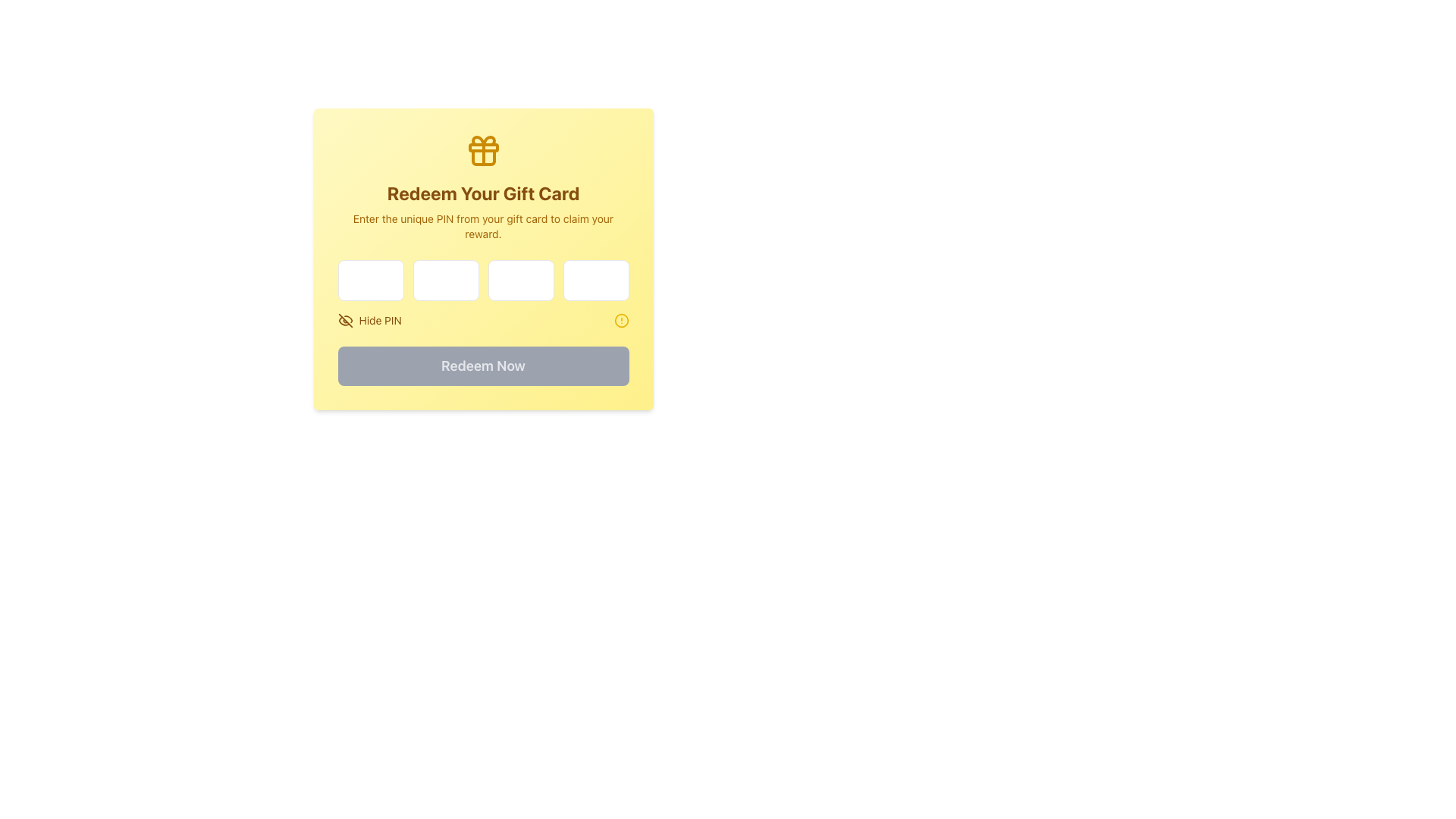 The width and height of the screenshot is (1456, 819). What do you see at coordinates (621, 320) in the screenshot?
I see `the SVG circle representing the alert icon within the 'Redeem Your Gift Card' form, located at the bottom-right corner of the yellow-themed input interface` at bounding box center [621, 320].